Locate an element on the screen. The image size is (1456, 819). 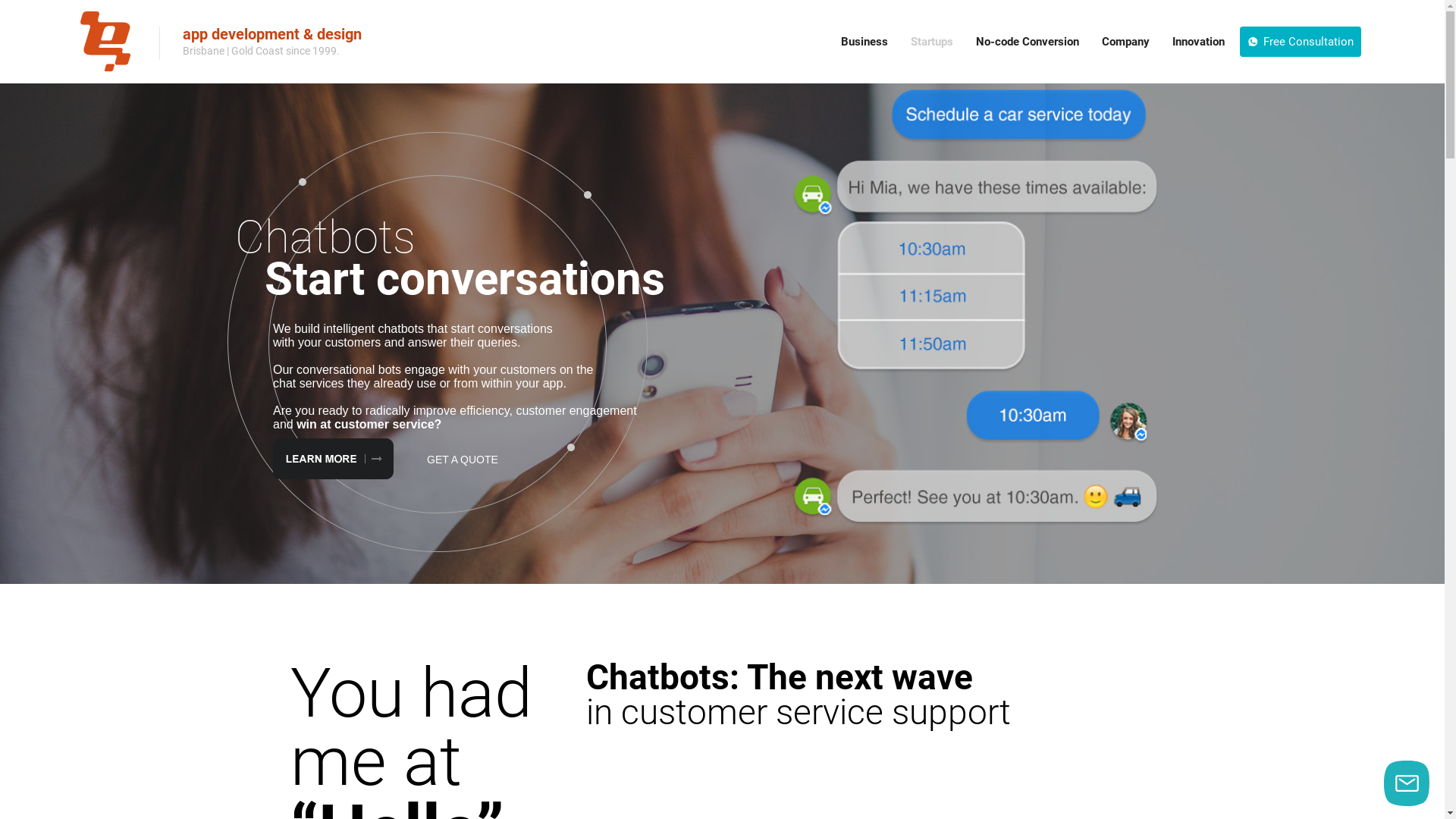
'Innovation' is located at coordinates (1197, 40).